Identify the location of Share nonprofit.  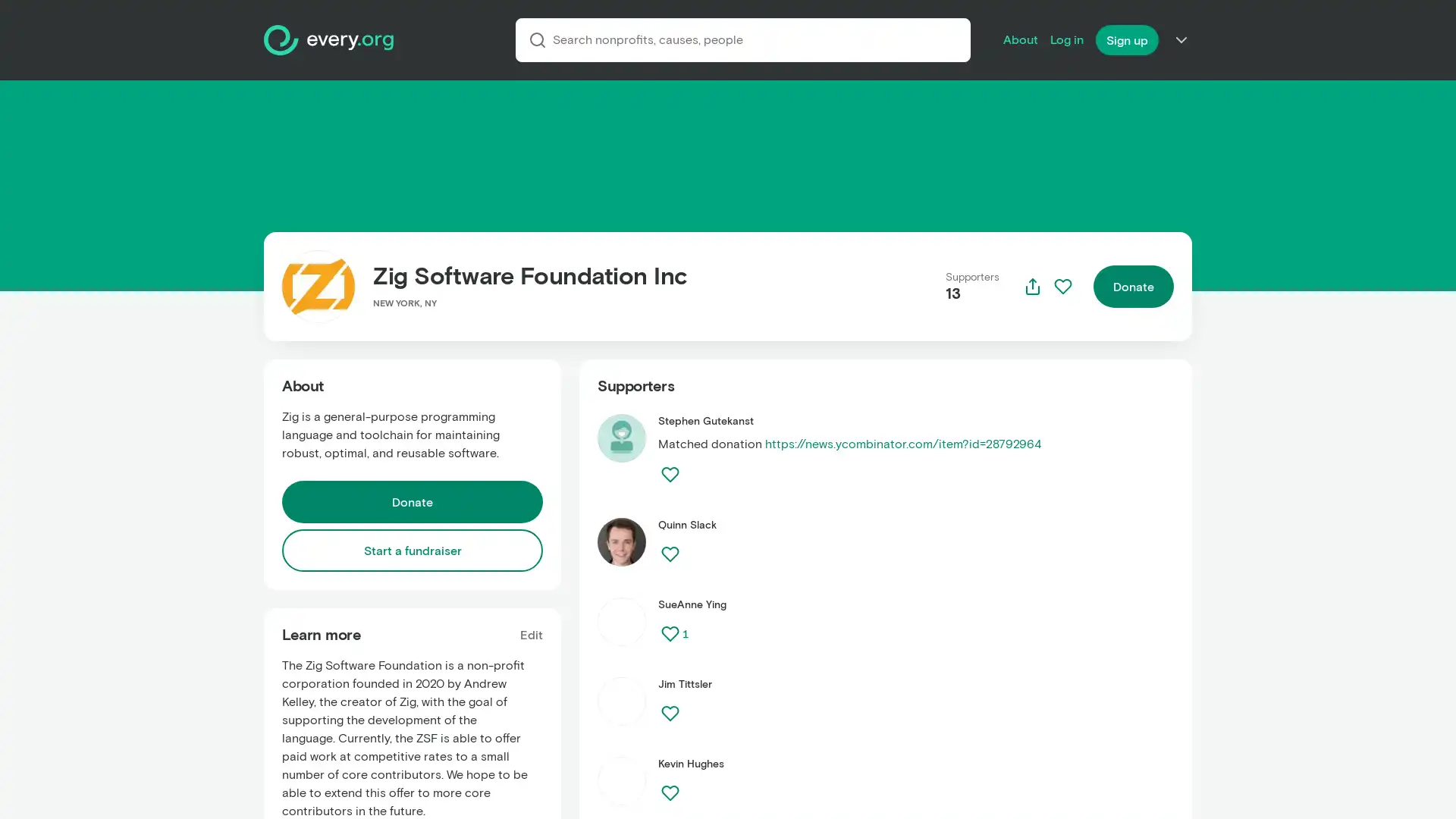
(1032, 287).